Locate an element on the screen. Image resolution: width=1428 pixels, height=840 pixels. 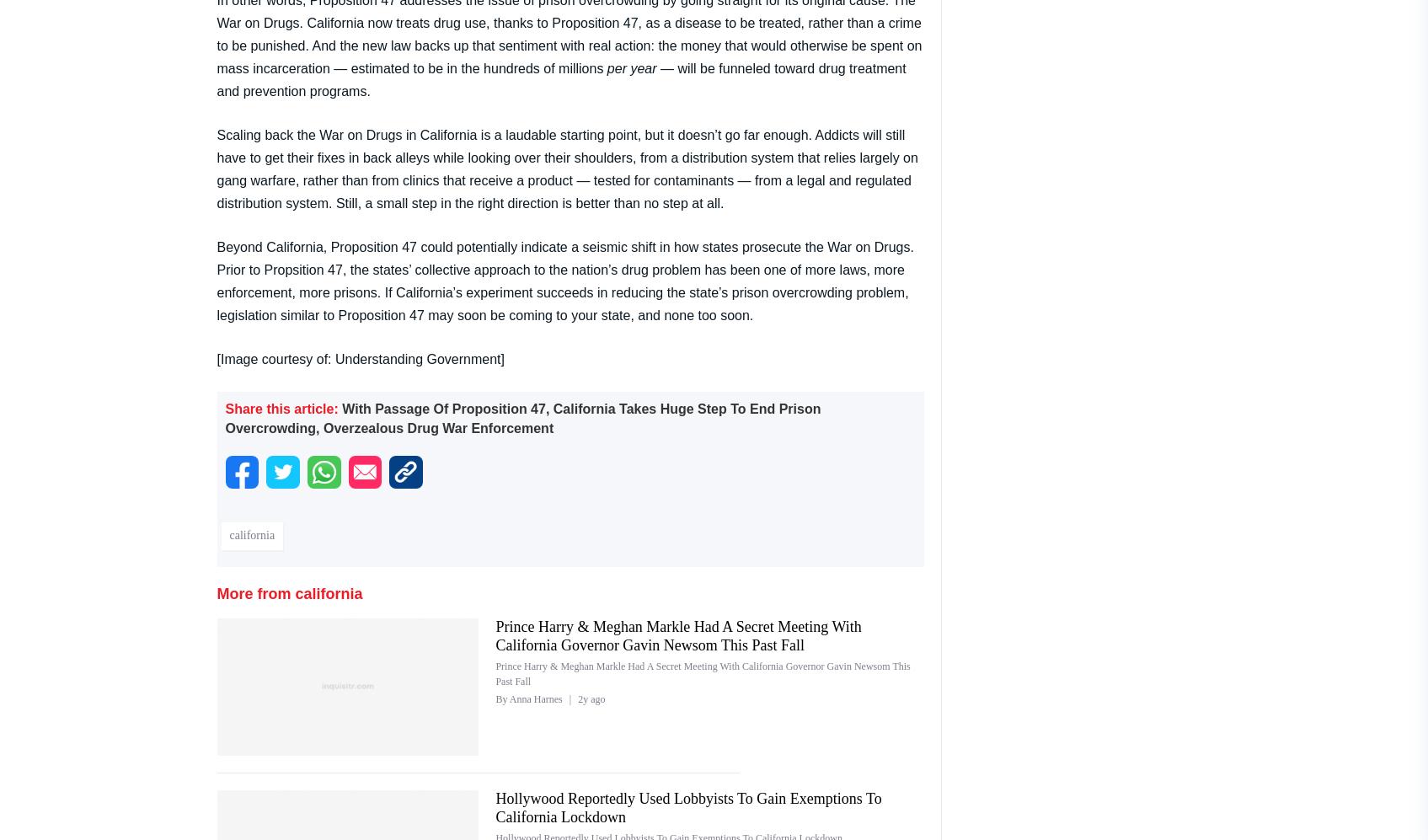
'More from california' is located at coordinates (288, 592).